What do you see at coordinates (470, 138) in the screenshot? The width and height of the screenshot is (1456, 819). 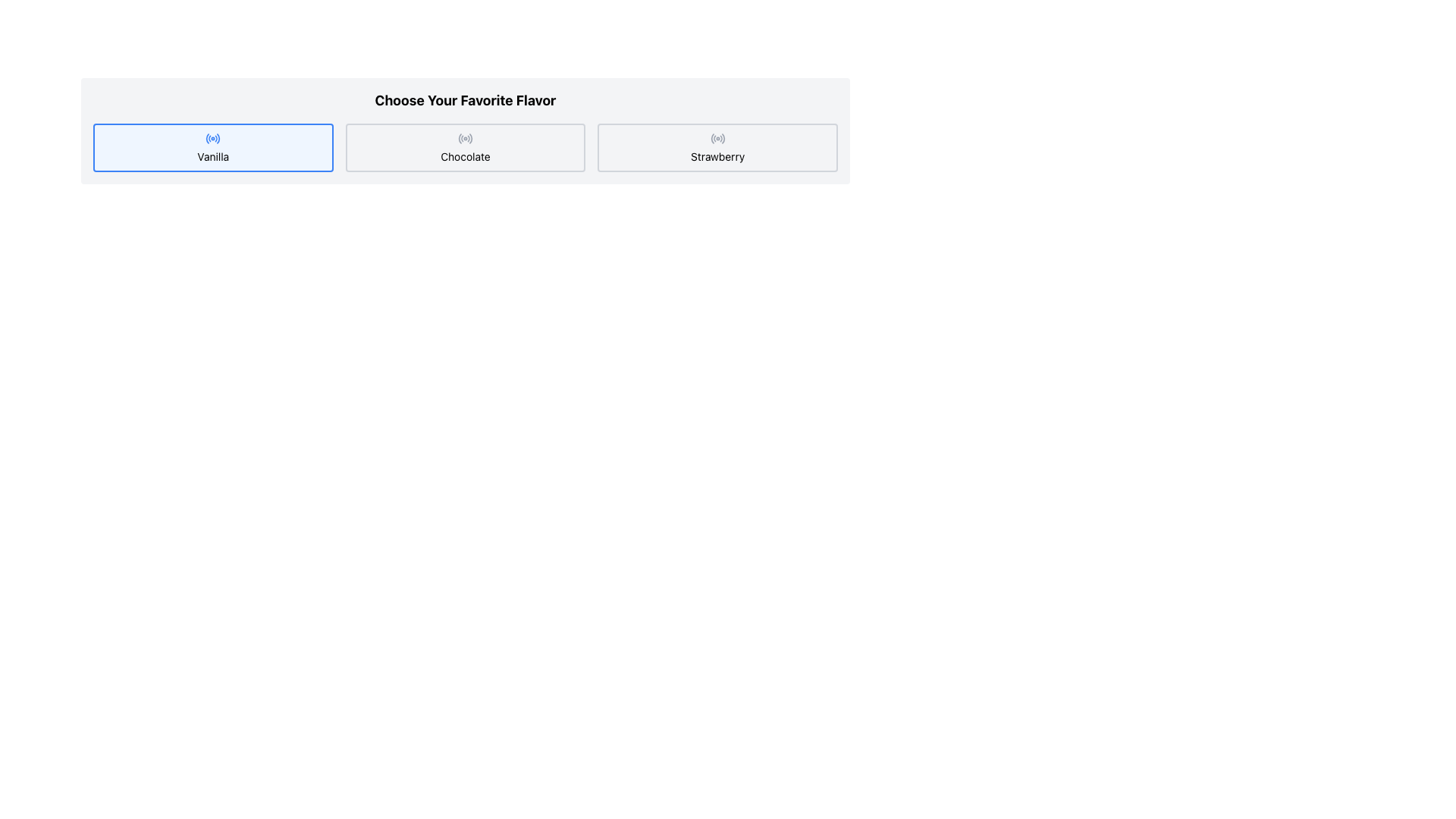 I see `the outermost arc of the radio button icon representing the 'Chocolate' flavor option in the SVG graphic` at bounding box center [470, 138].